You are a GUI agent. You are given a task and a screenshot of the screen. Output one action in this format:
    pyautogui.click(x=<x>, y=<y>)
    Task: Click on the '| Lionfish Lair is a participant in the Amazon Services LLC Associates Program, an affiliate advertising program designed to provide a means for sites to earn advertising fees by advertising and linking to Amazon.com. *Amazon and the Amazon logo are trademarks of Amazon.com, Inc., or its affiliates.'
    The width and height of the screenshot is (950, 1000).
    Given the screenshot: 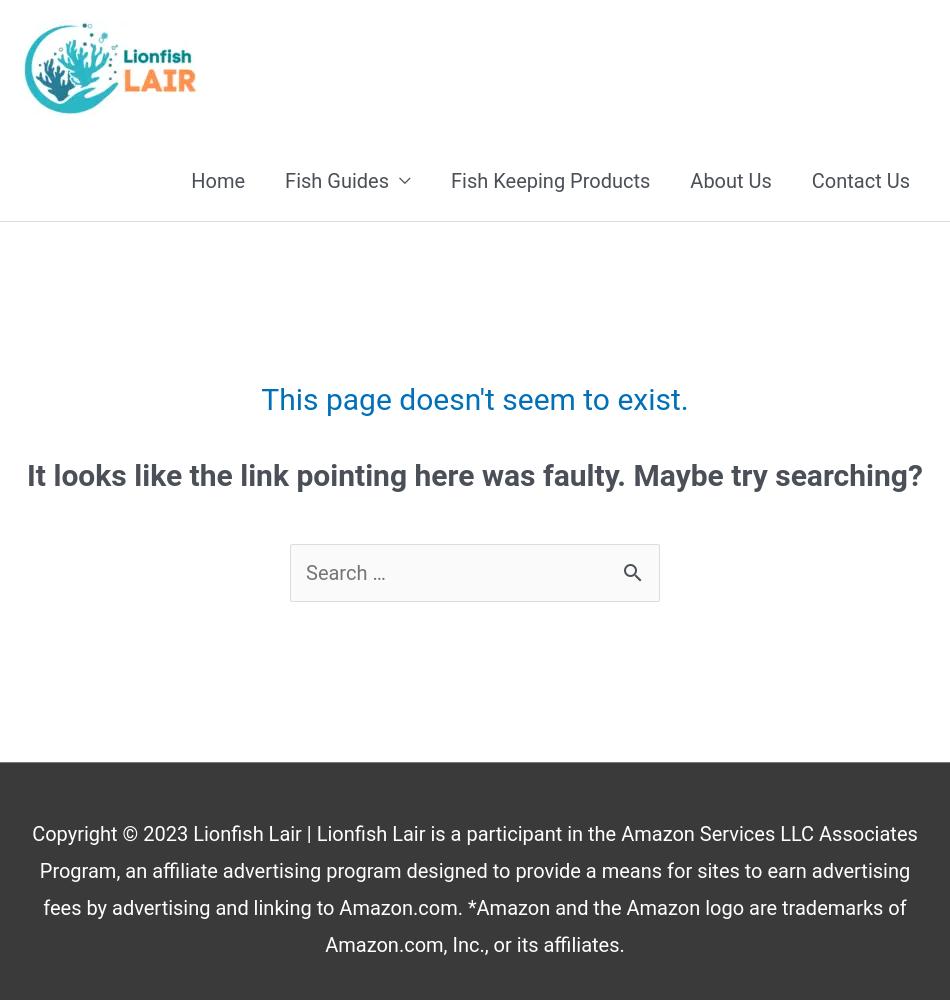 What is the action you would take?
    pyautogui.click(x=39, y=889)
    